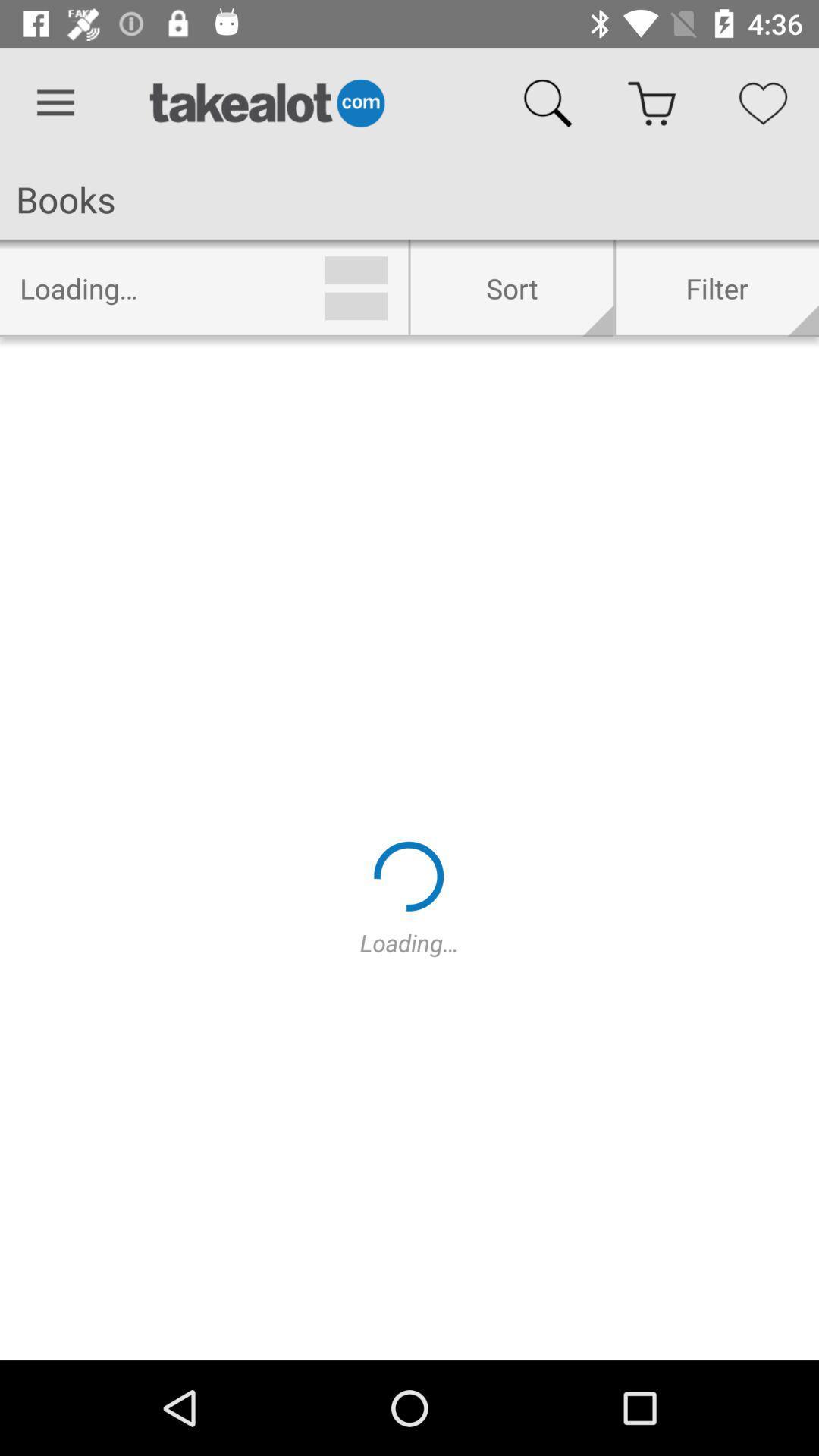 The height and width of the screenshot is (1456, 819). I want to click on the icon above books, so click(55, 102).